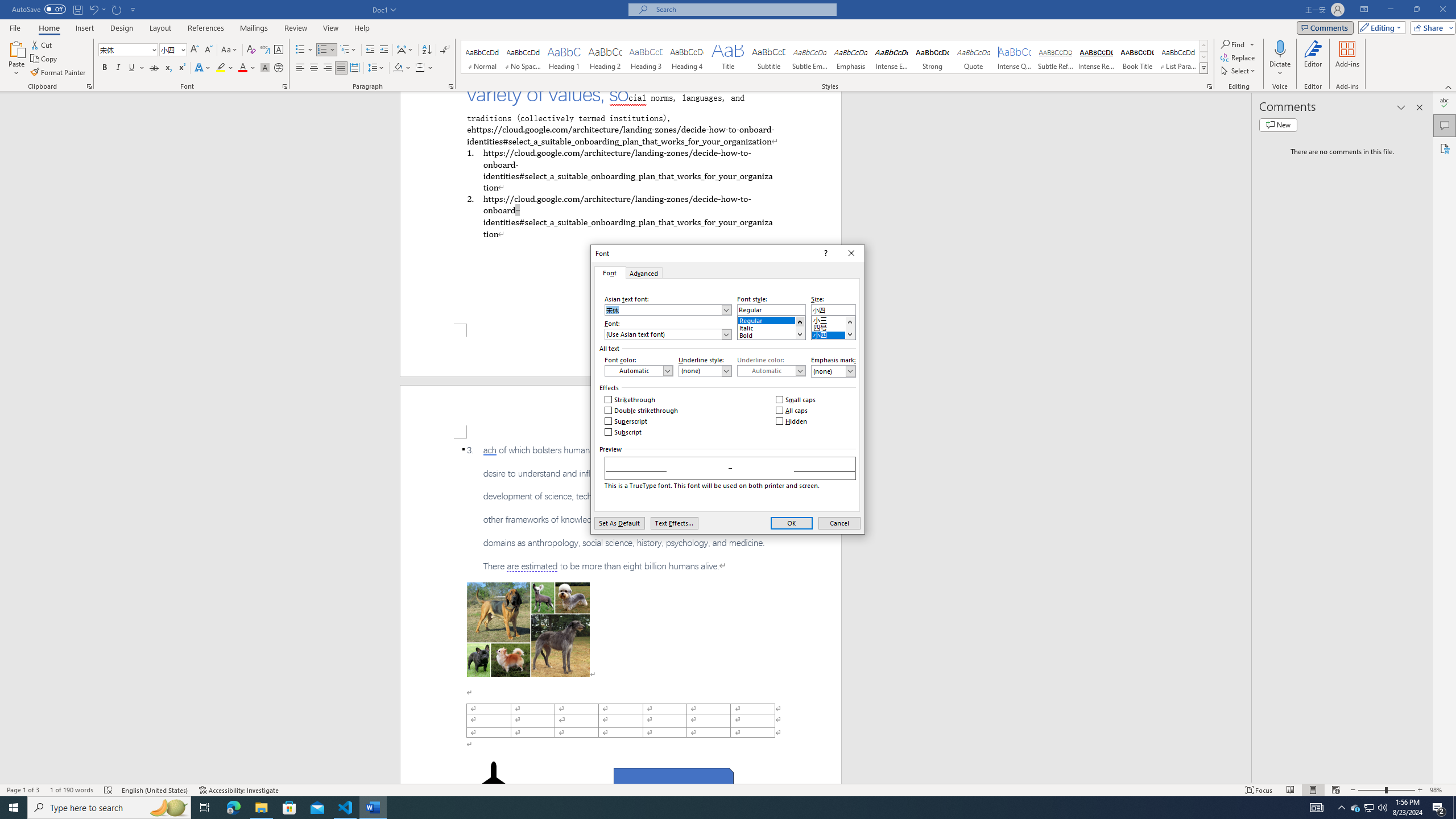 The width and height of the screenshot is (1456, 819). What do you see at coordinates (1055, 56) in the screenshot?
I see `'Subtle Reference'` at bounding box center [1055, 56].